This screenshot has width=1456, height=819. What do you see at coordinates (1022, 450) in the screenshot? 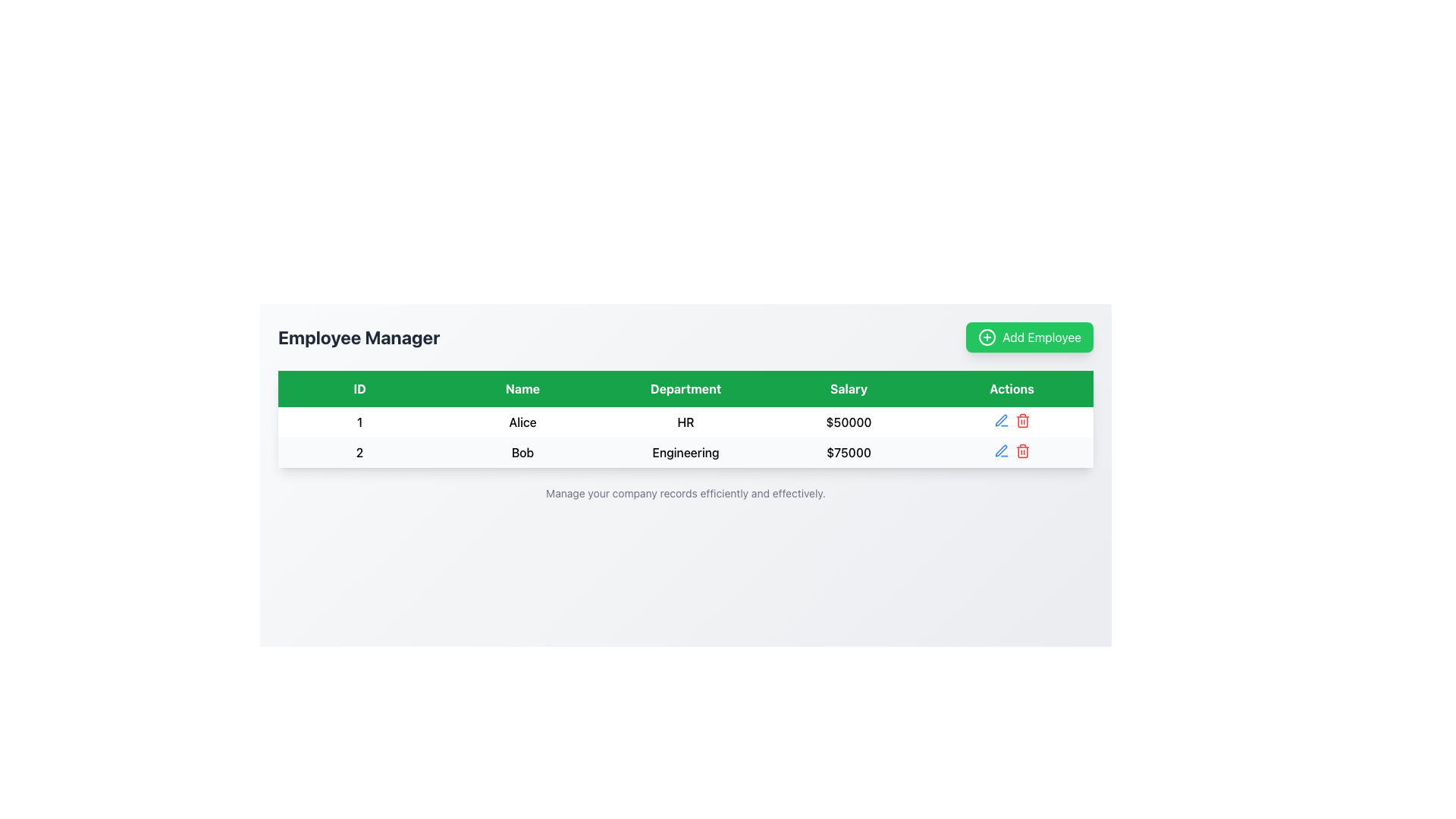
I see `the delete icon button located in the 'Actions' column of the second row in the table to change its color` at bounding box center [1022, 450].